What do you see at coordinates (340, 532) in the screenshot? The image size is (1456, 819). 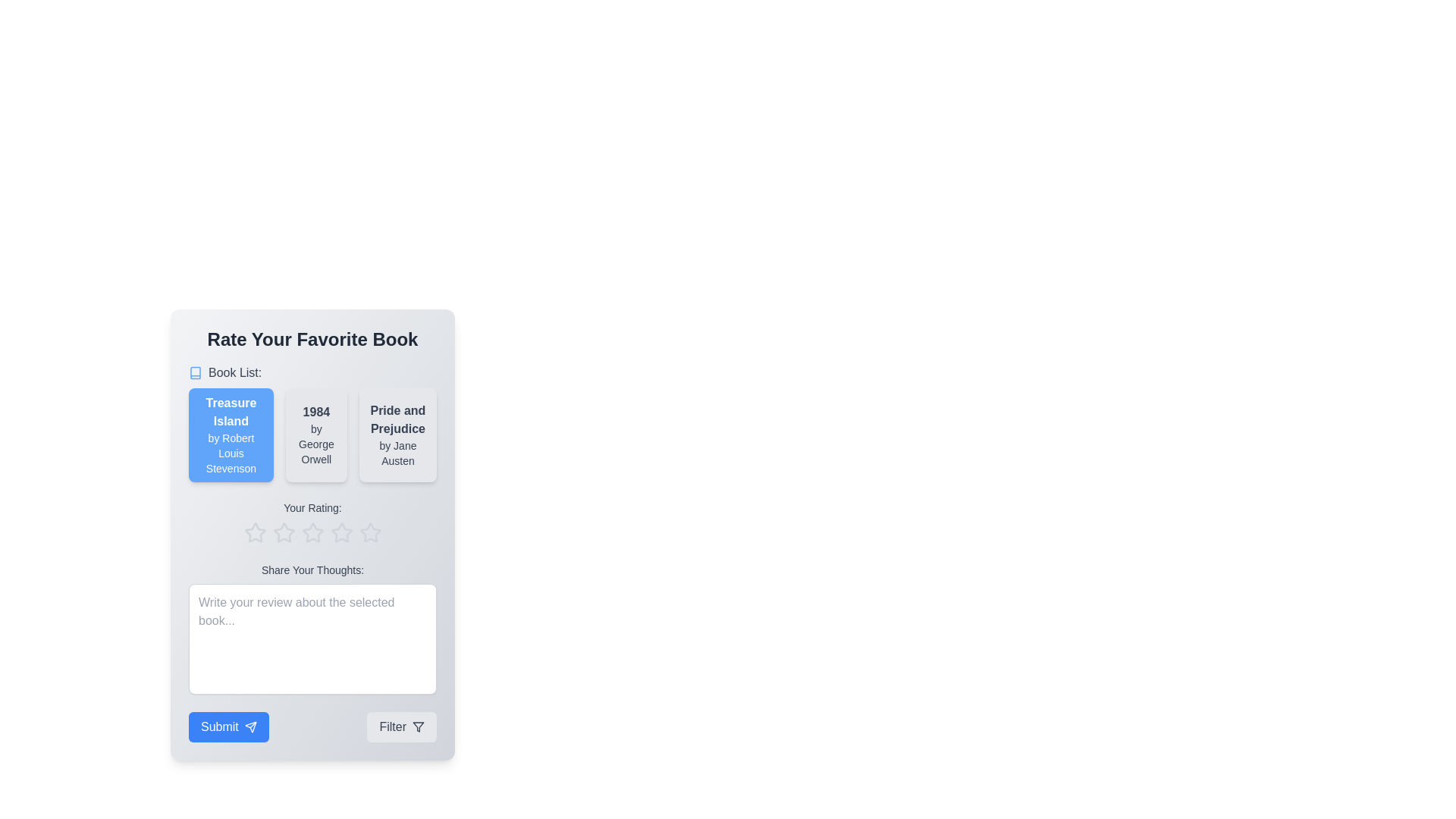 I see `the fourth star-shaped rating icon` at bounding box center [340, 532].